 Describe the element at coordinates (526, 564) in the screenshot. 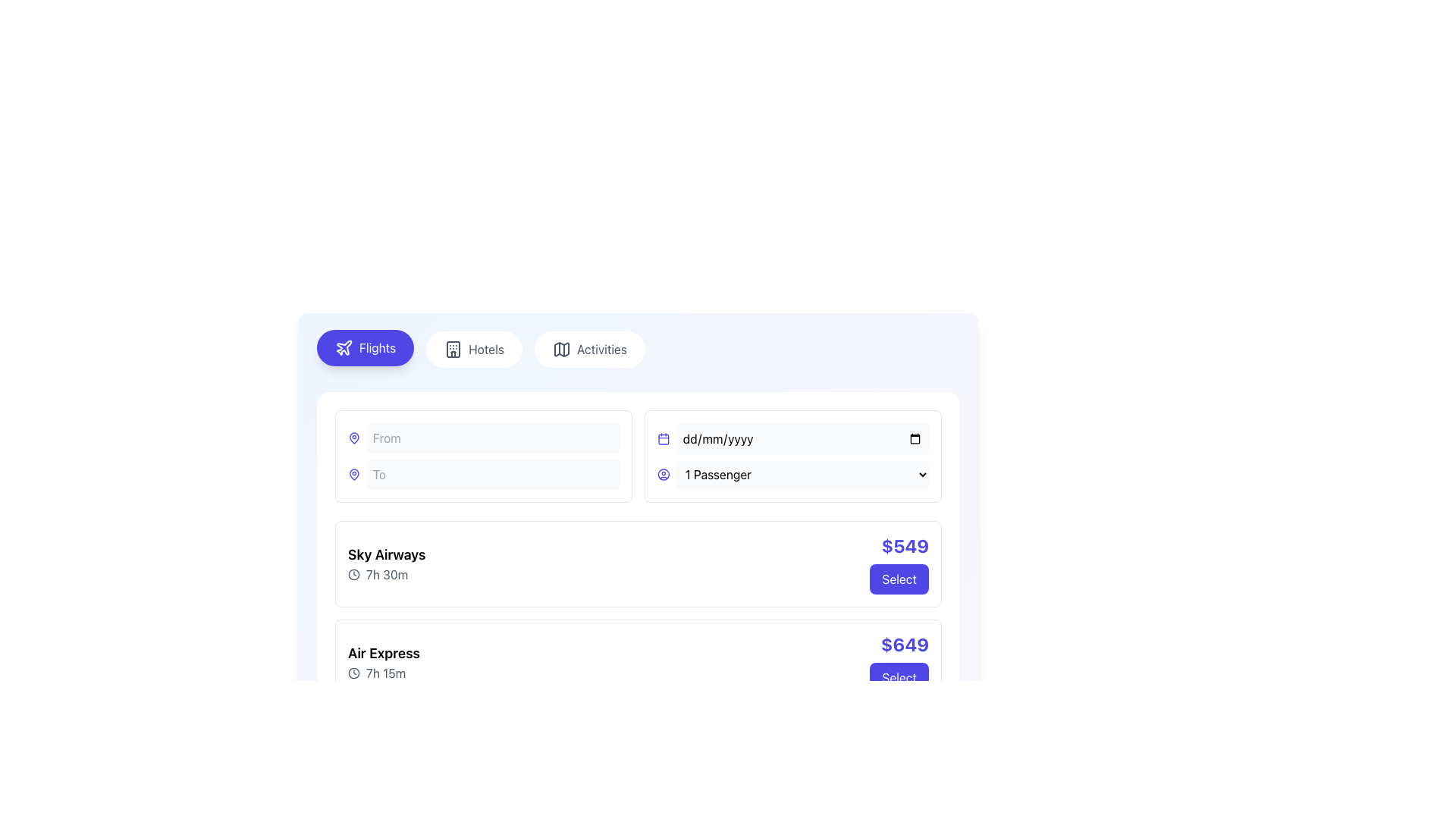

I see `the details of the Rating display component showing the value '4.6' with the star icon, positioned next to 'Sky Airways'` at that location.